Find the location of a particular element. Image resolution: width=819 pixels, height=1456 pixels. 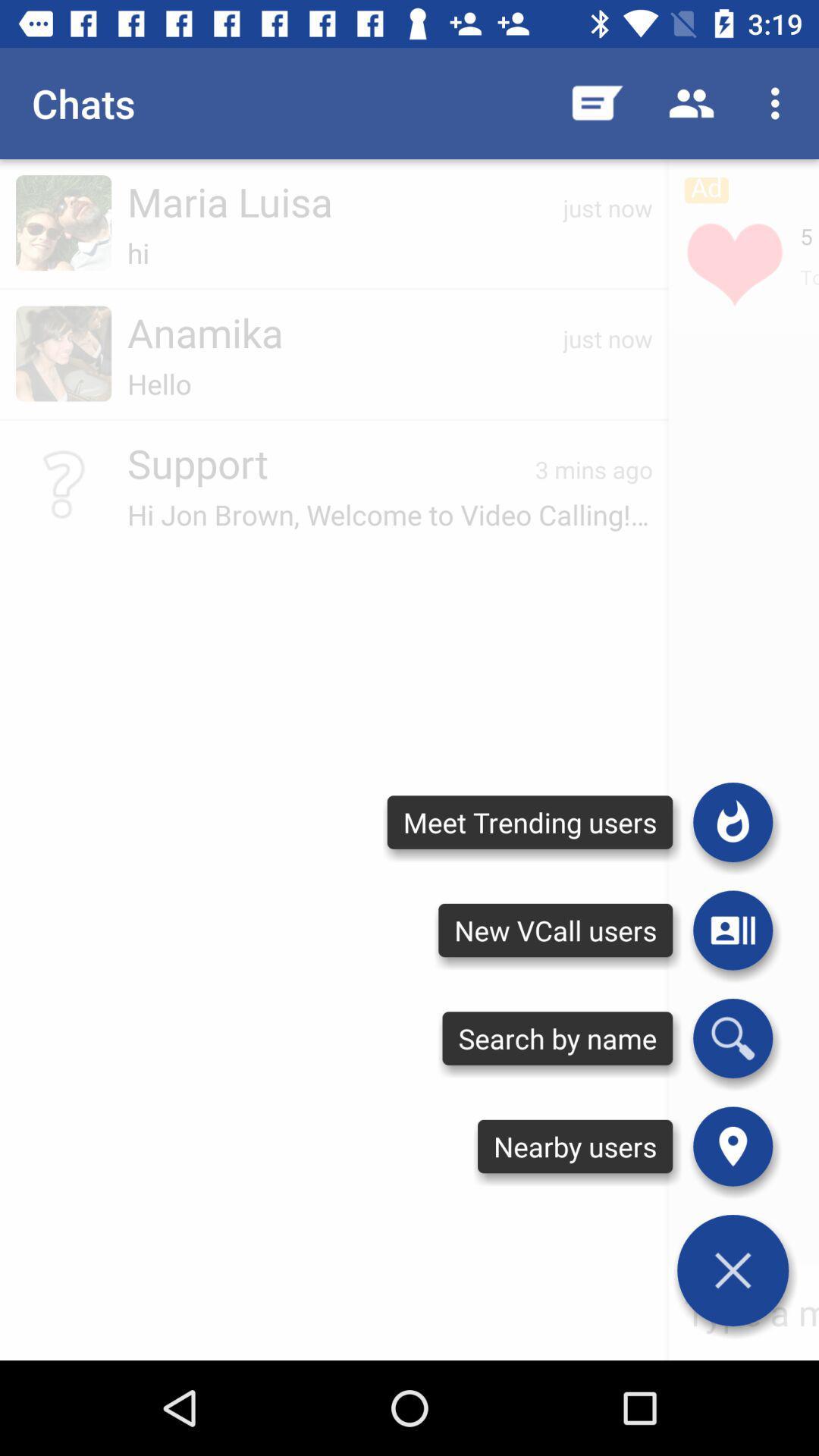

the close icon is located at coordinates (732, 1270).